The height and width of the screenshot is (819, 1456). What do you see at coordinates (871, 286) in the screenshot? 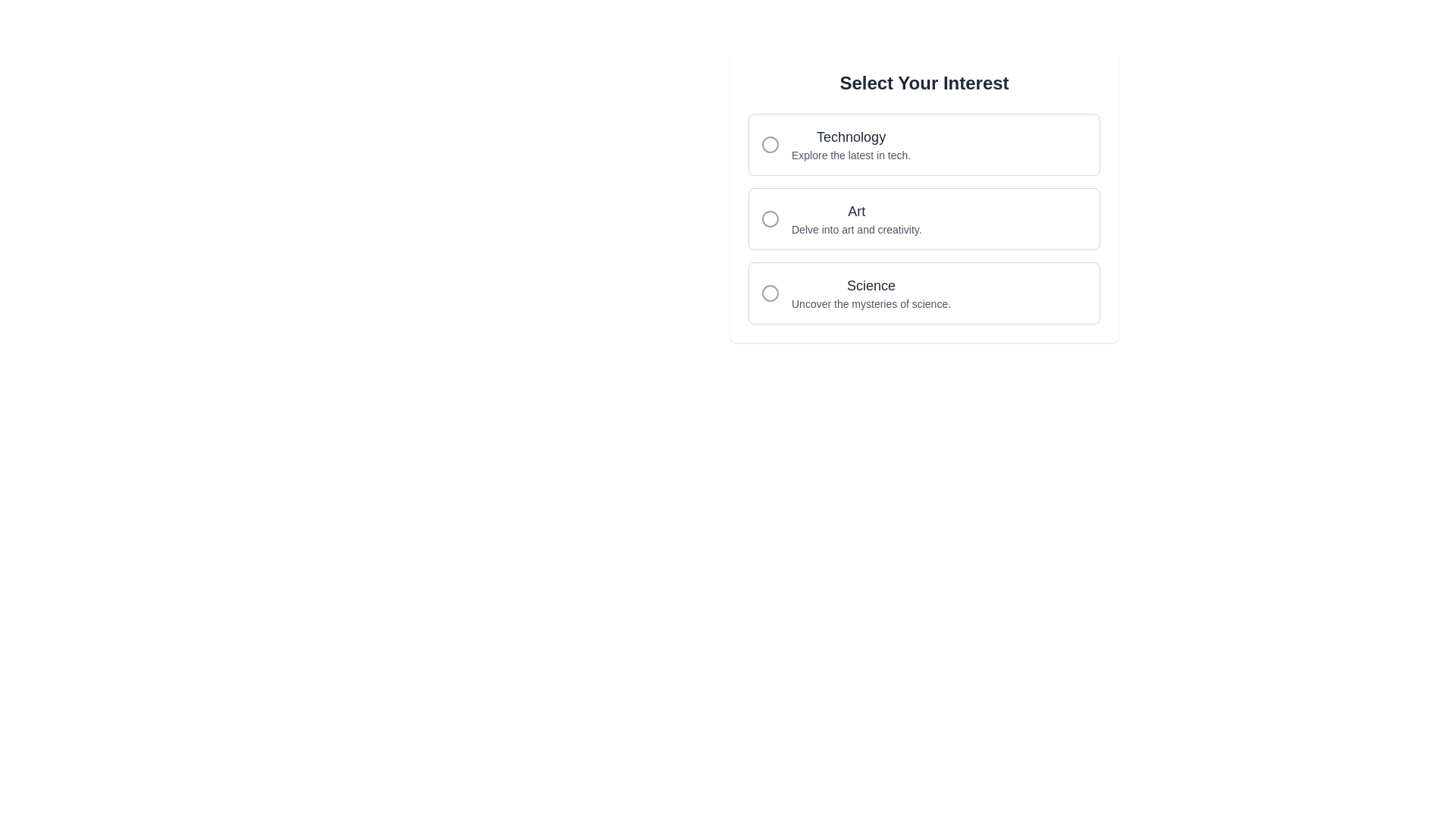
I see `the title label for the third selectable category in the 'Select Your Interest' section, which is positioned above the text 'Uncover the mysteries of science.'` at bounding box center [871, 286].